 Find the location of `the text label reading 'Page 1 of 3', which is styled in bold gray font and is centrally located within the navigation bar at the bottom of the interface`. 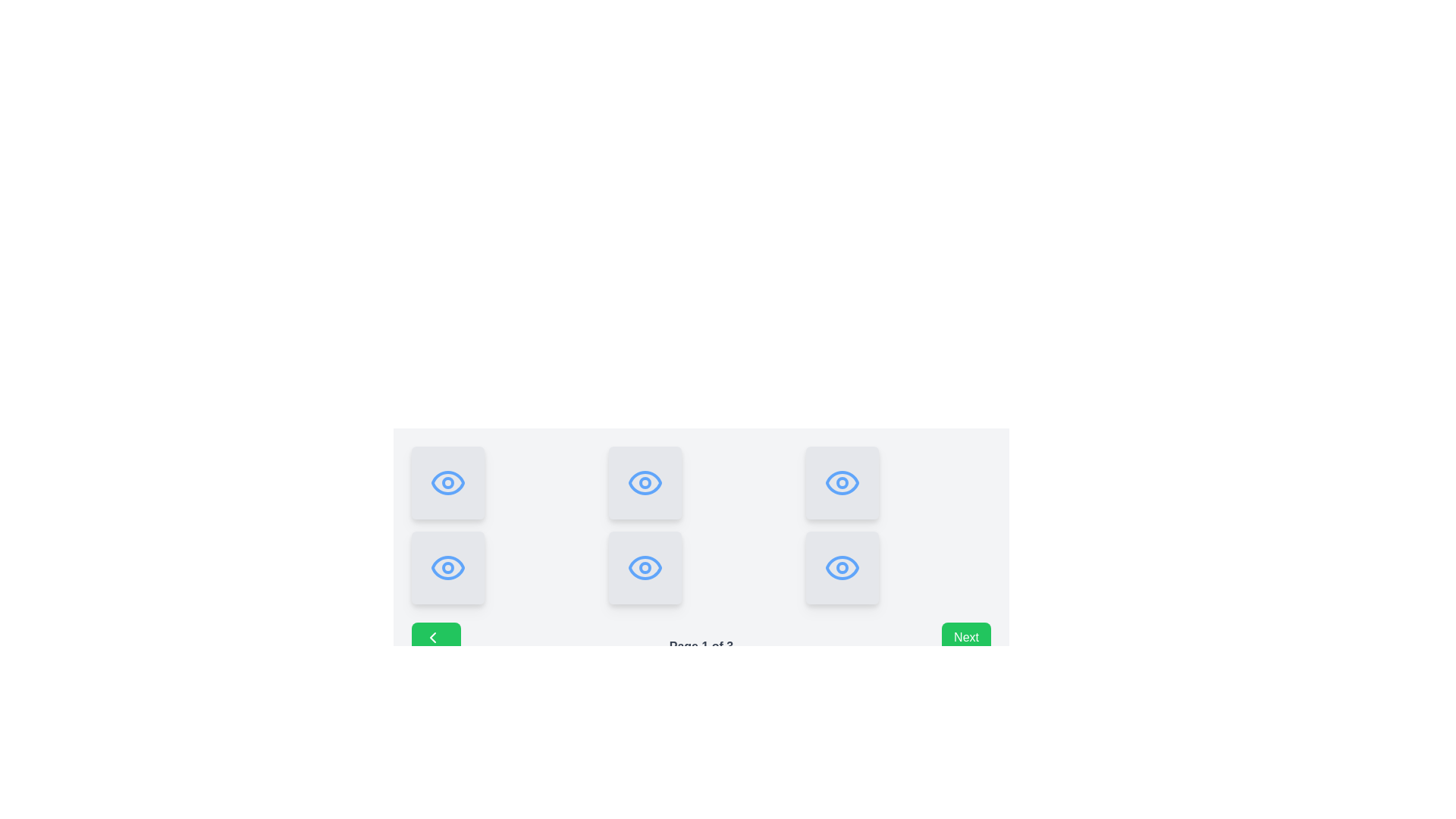

the text label reading 'Page 1 of 3', which is styled in bold gray font and is centrally located within the navigation bar at the bottom of the interface is located at coordinates (701, 646).